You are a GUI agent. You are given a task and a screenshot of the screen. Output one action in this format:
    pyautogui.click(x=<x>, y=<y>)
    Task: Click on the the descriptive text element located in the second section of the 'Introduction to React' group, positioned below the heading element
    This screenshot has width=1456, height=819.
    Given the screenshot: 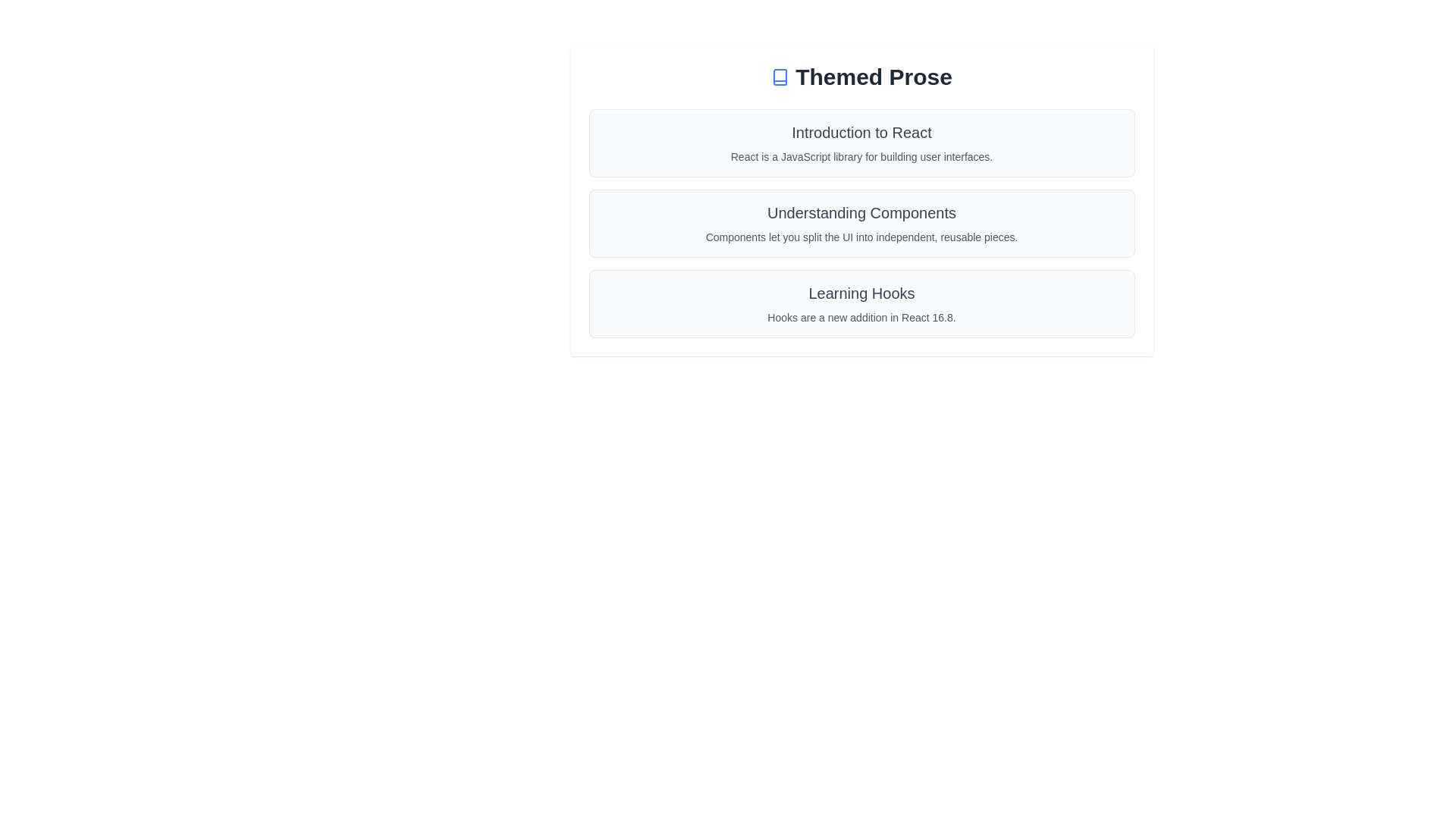 What is the action you would take?
    pyautogui.click(x=861, y=157)
    